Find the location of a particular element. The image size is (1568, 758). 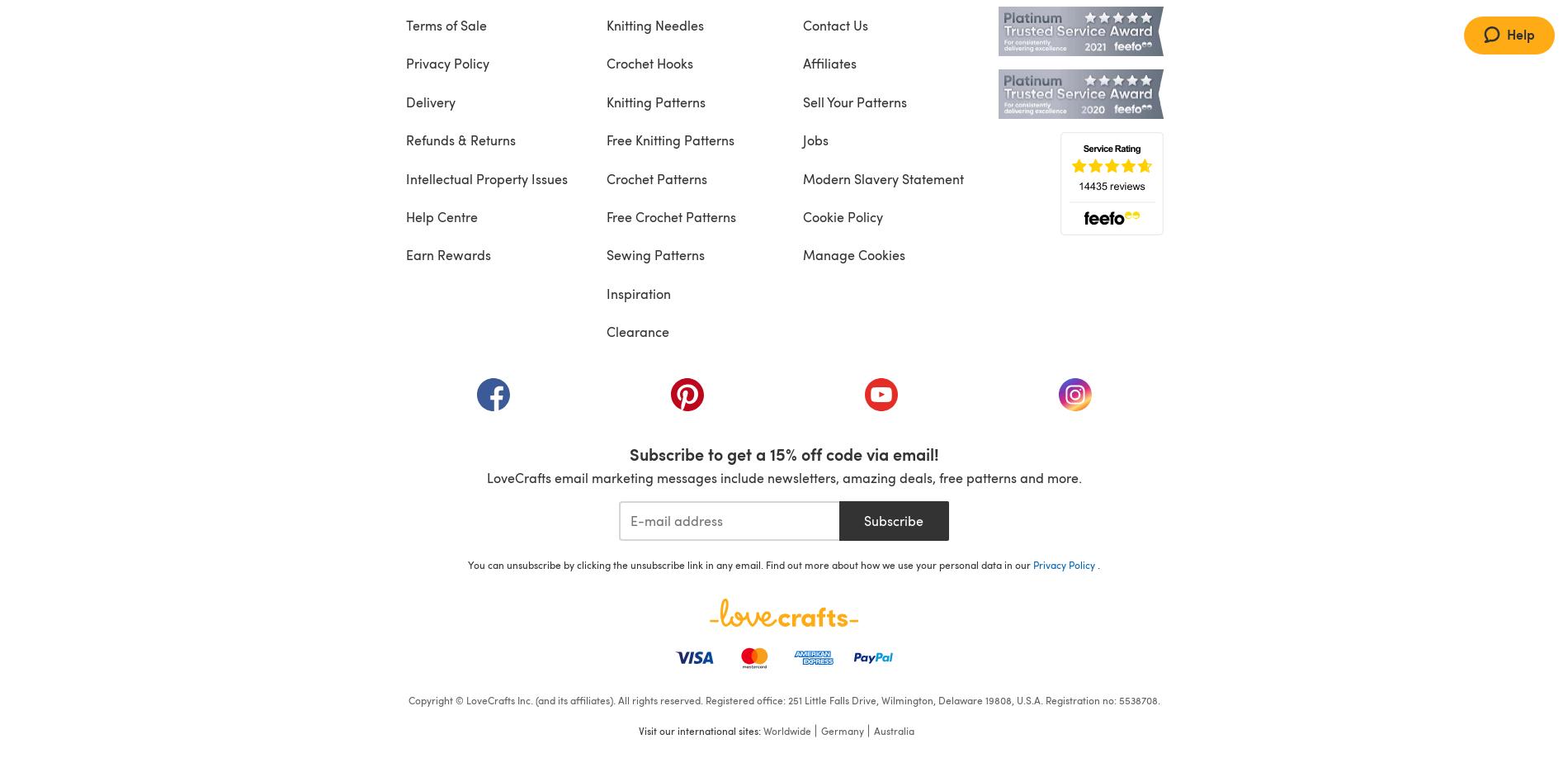

'Help Centre' is located at coordinates (442, 215).